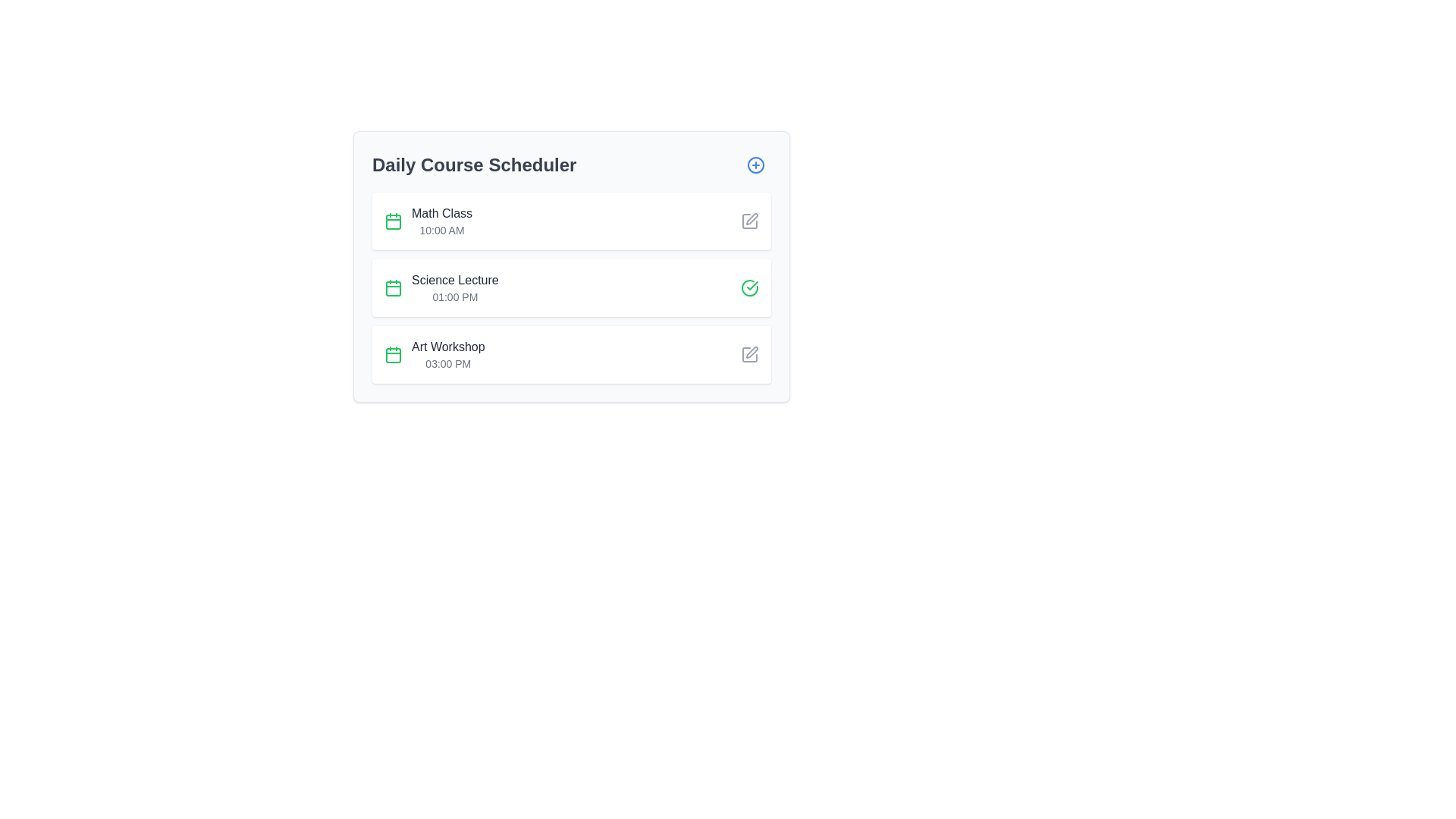 Image resolution: width=1456 pixels, height=819 pixels. What do you see at coordinates (473, 165) in the screenshot?
I see `the text heading labeled 'Daily Course Scheduler', which is styled with a bold font and larger size, located at the top of the section` at bounding box center [473, 165].